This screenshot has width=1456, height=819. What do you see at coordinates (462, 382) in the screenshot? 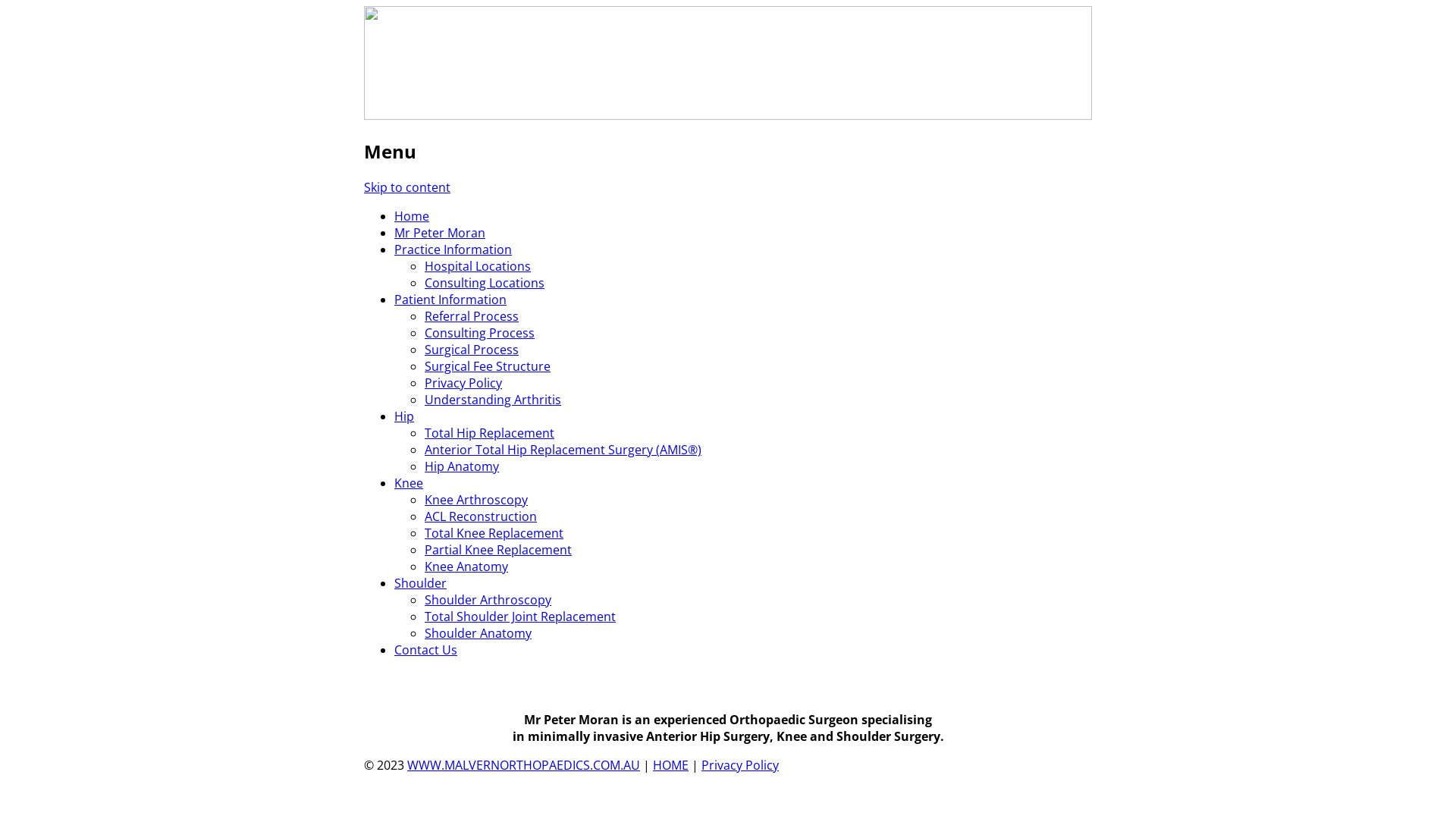
I see `'Privacy Policy'` at bounding box center [462, 382].